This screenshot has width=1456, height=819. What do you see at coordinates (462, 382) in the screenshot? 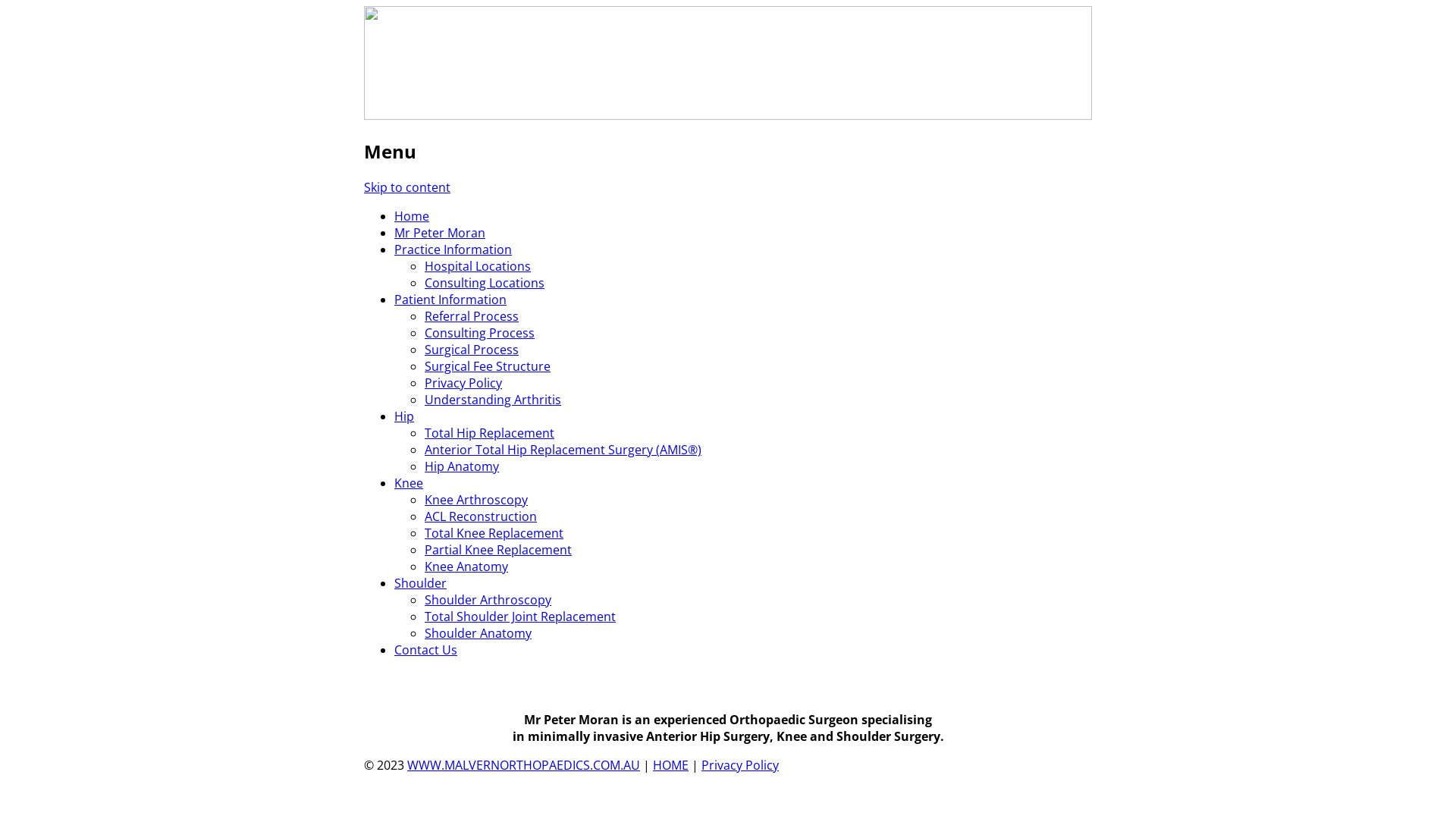
I see `'Privacy Policy'` at bounding box center [462, 382].